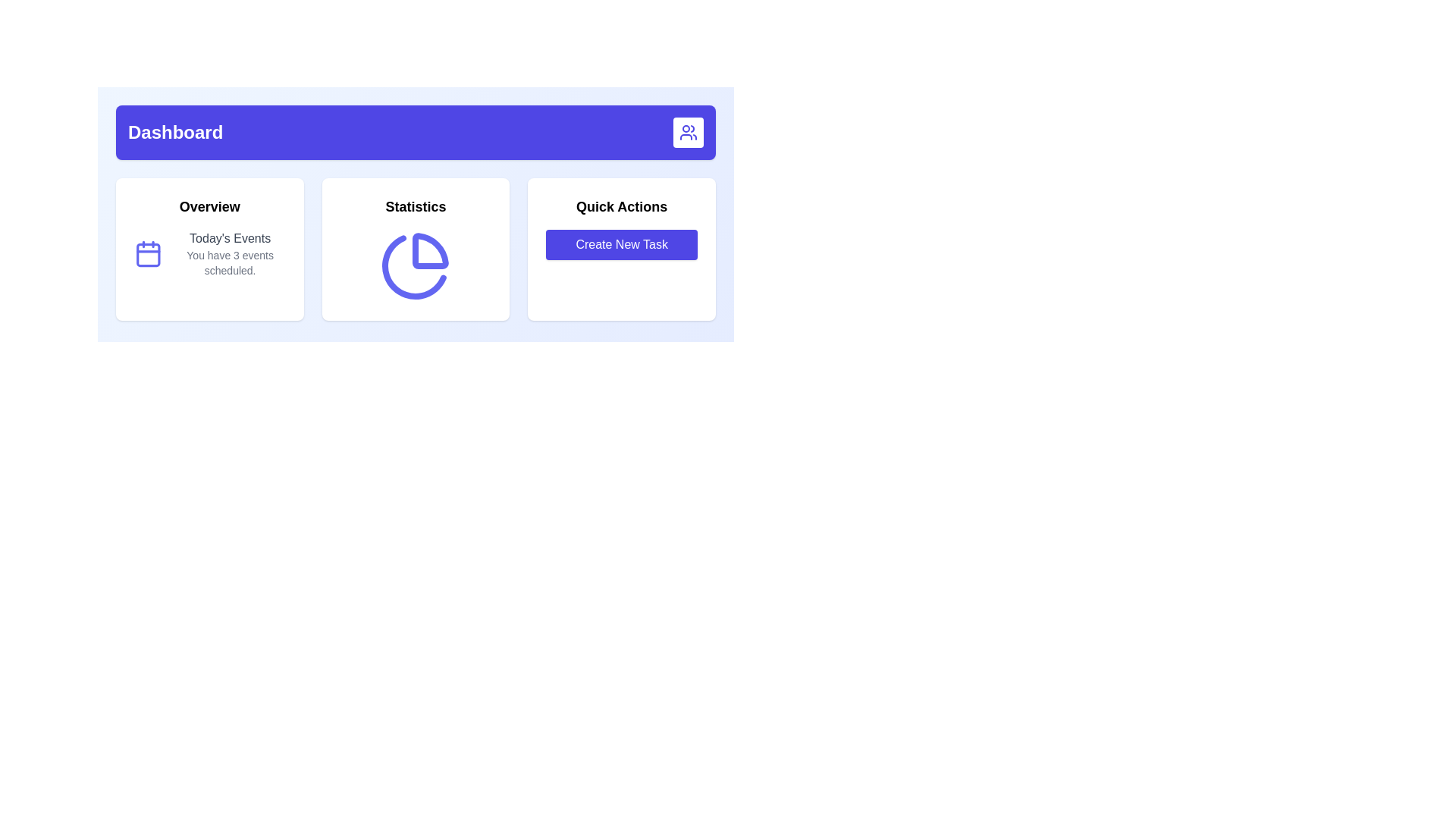  I want to click on the 'Create New Task' button, which is a rectangular button with white text on a bold indigo background, located in the 'Quick Actions' section, so click(622, 244).